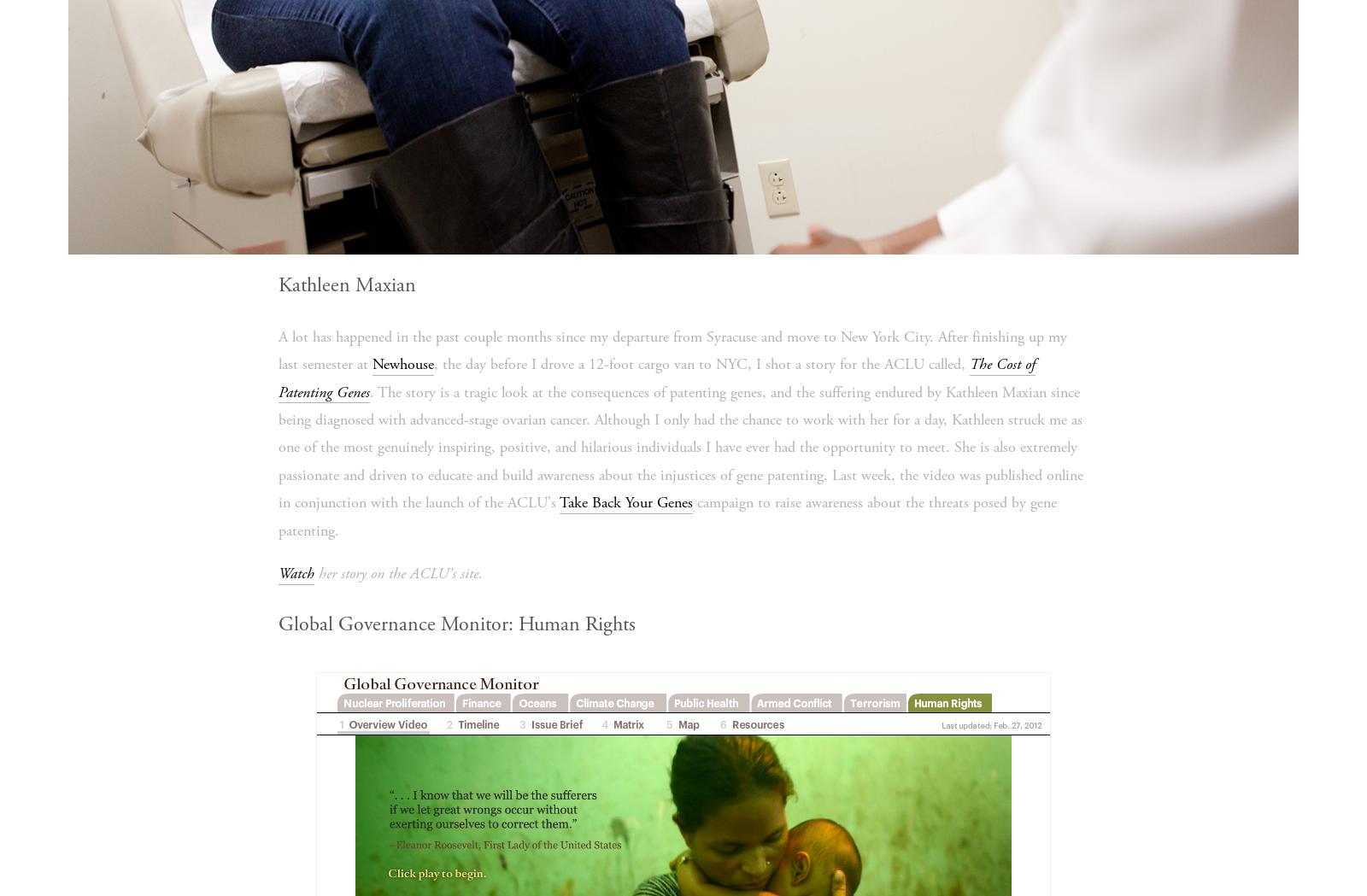 This screenshot has height=896, width=1367. Describe the element at coordinates (277, 446) in the screenshot. I see `'. The story is a tragic look at the consequences of patenting genes, and the suffering endured by Kathleen Maxian since being diagnosed with advanced-stage ovarian cancer. Although I only had the chance to work with her for a day, Kathleen struck me as one of the most genuinely inspiring, positive, and hilarious individuals I have ever had the opportunity to meet. She is also extremely passionate and driven to educate and build awareness about the injustices of gene patenting. Last week, the video was published online in conjunction with the launch of the ACLU's'` at that location.